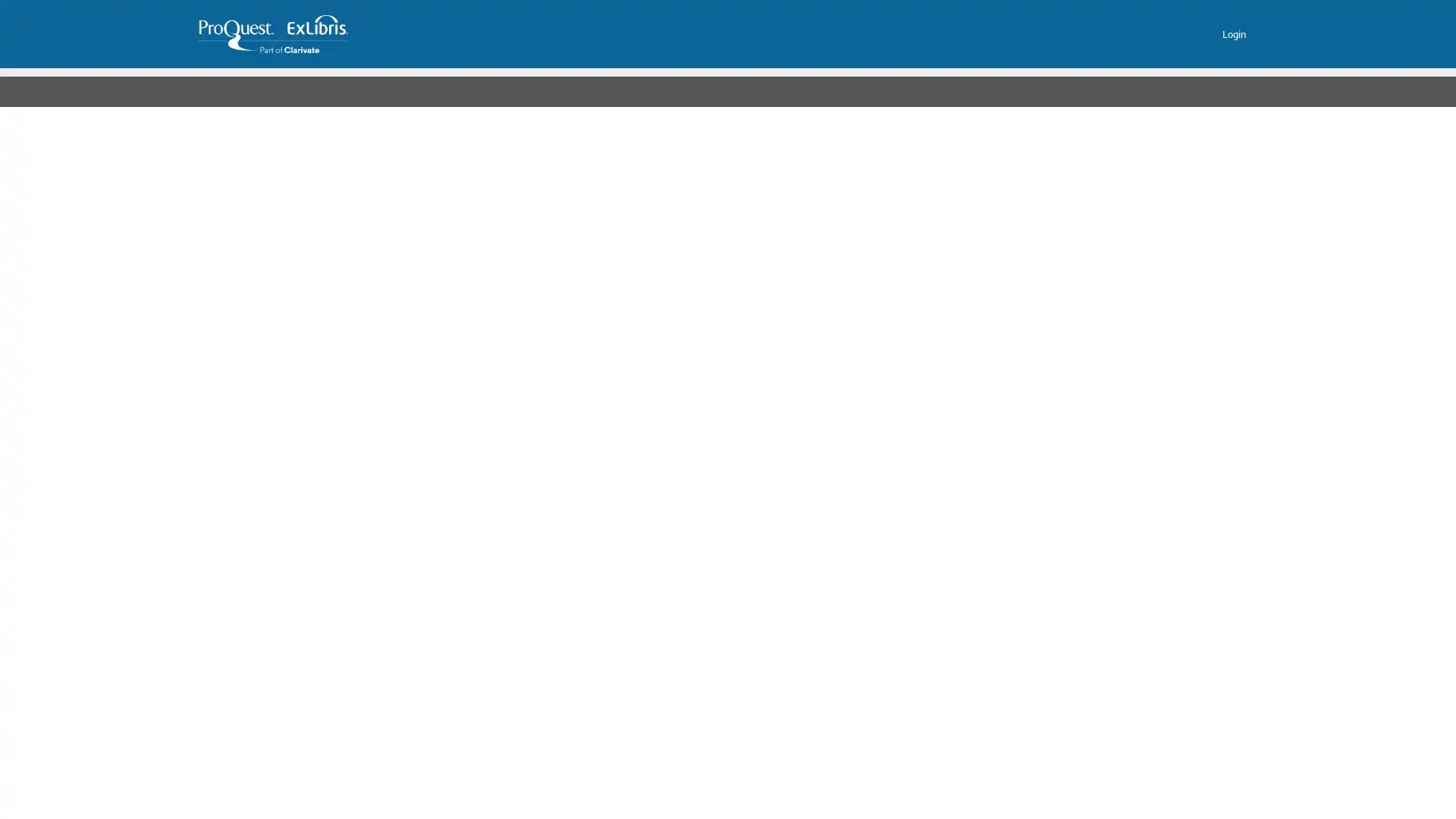 The width and height of the screenshot is (1456, 819). I want to click on Contact Us, so click(461, 86).